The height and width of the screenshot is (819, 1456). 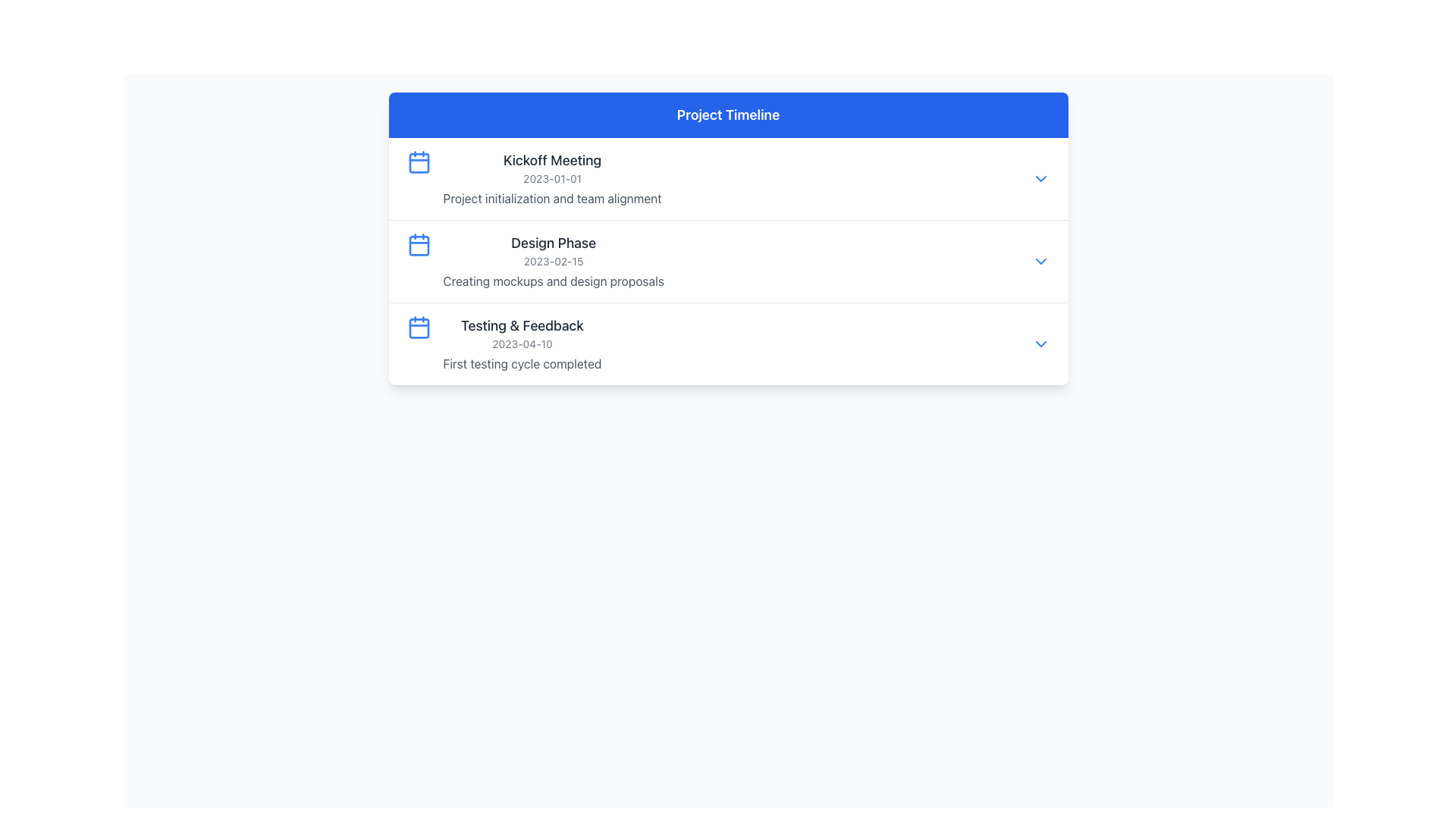 I want to click on the blue downward chevron button icon located to the far right of the 'Design Phase' section in the Project Timeline interface, so click(x=1040, y=260).